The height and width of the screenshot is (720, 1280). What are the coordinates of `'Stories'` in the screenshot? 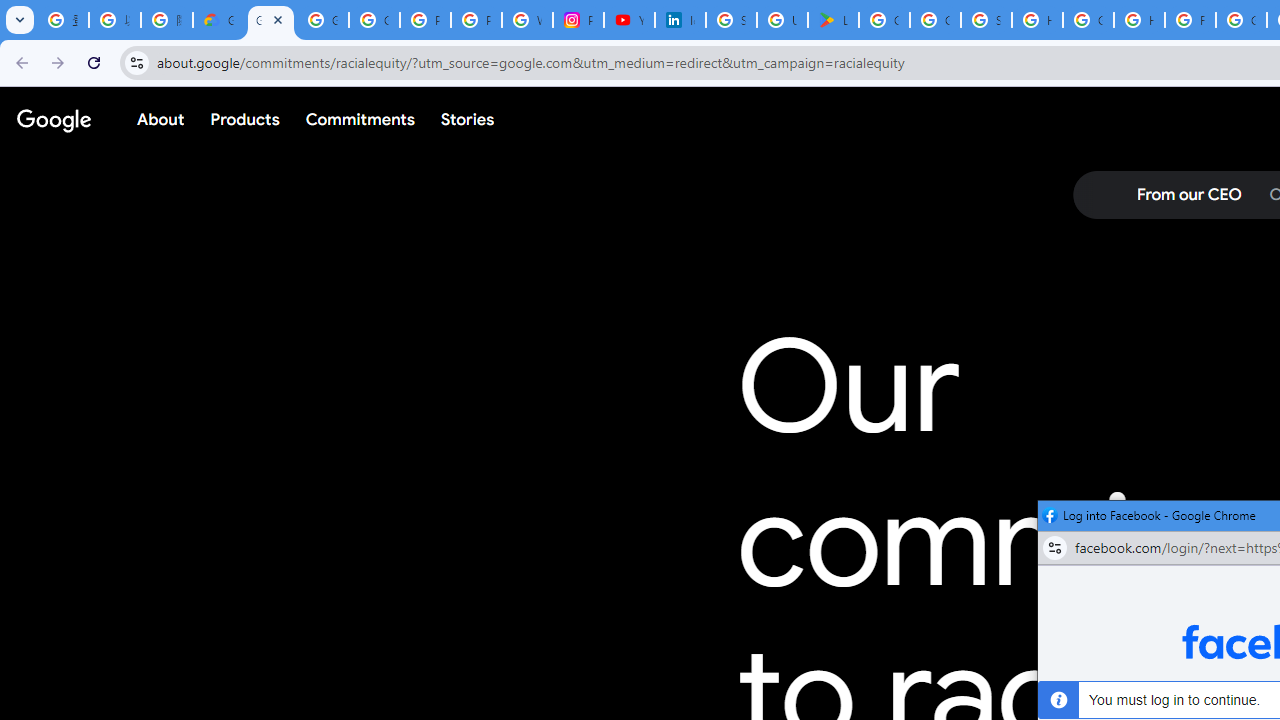 It's located at (466, 119).